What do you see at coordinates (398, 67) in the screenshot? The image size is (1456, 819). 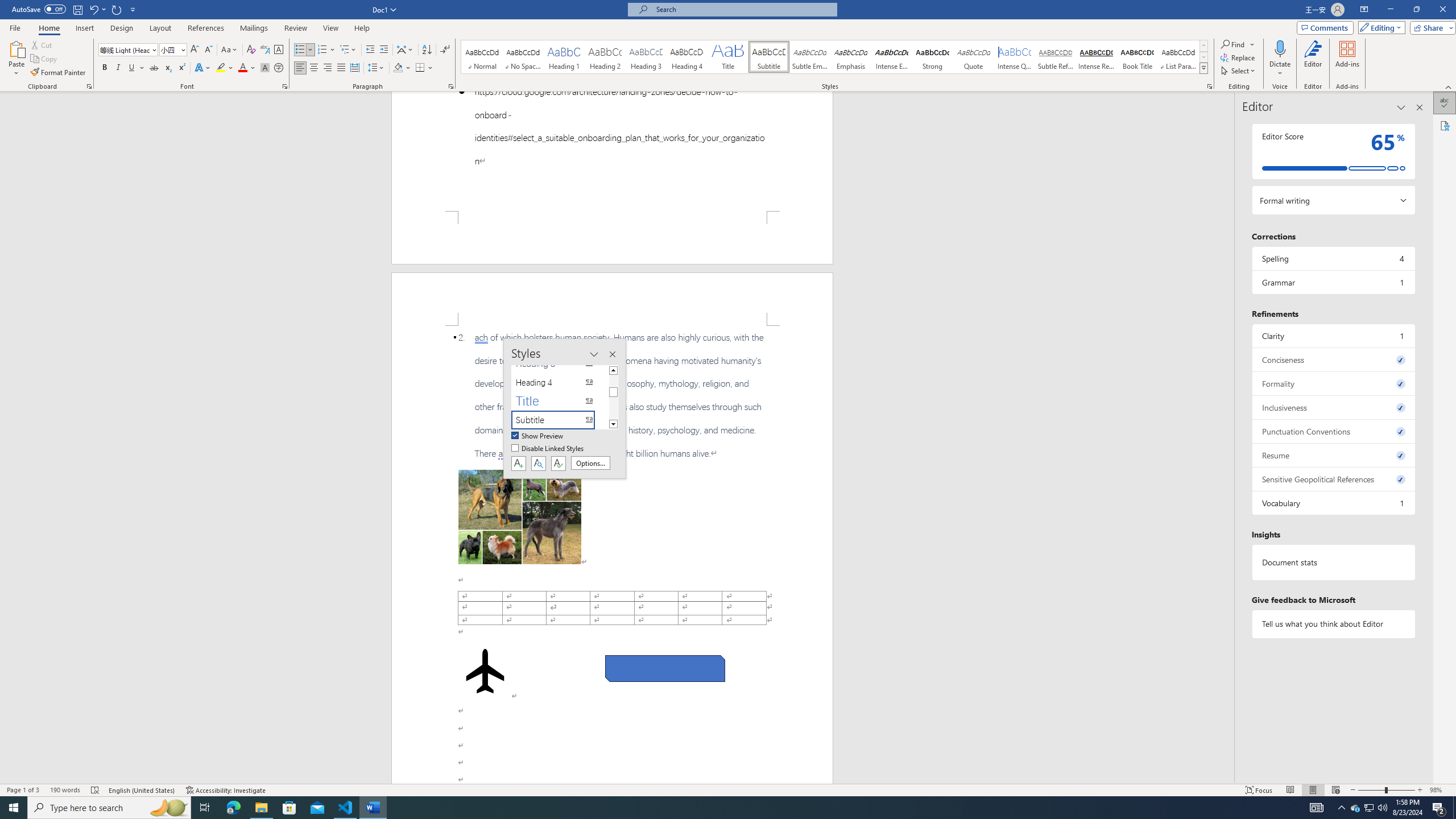 I see `'Shading RGB(0, 0, 0)'` at bounding box center [398, 67].